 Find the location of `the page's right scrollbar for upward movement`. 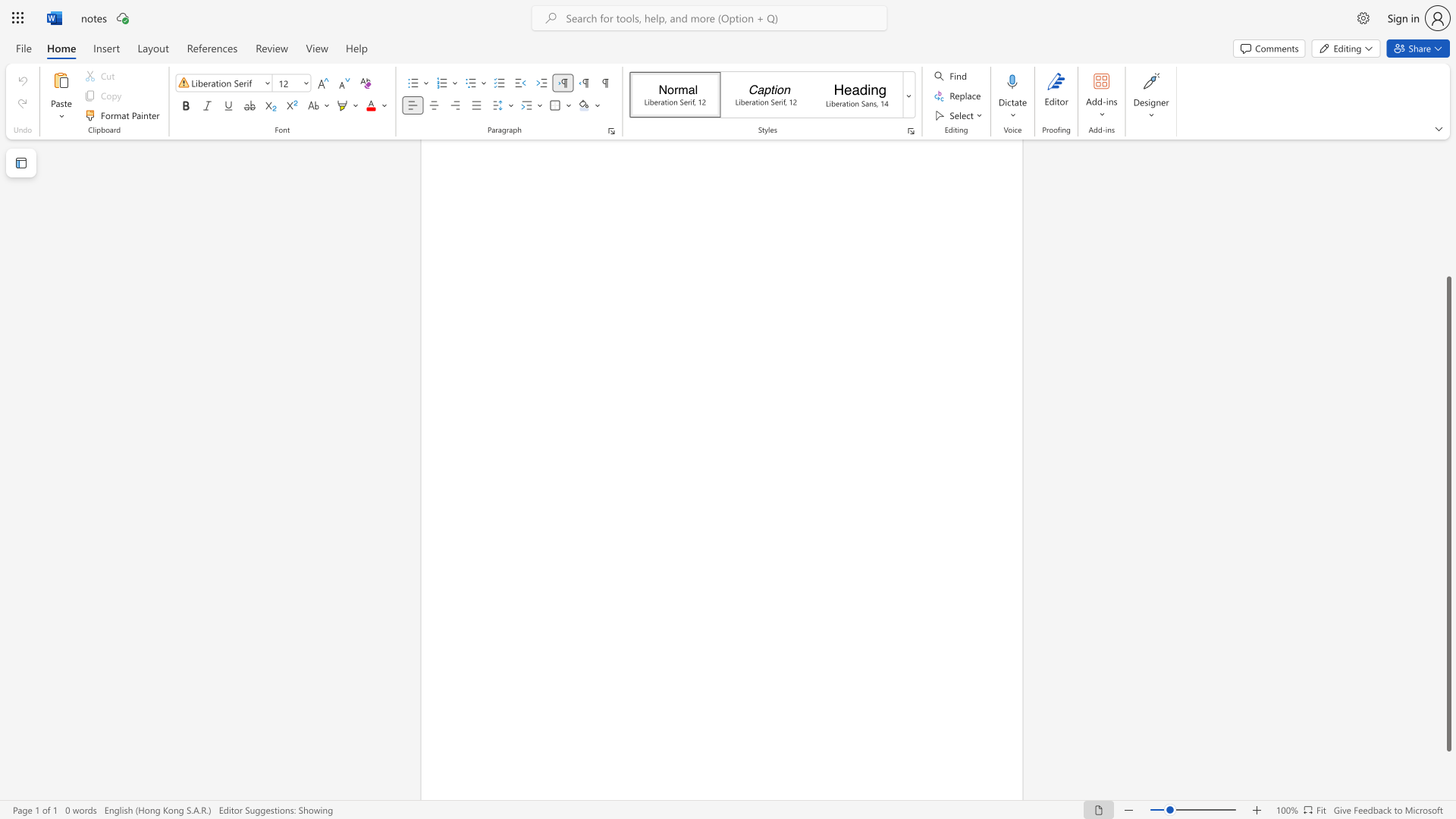

the page's right scrollbar for upward movement is located at coordinates (1448, 205).